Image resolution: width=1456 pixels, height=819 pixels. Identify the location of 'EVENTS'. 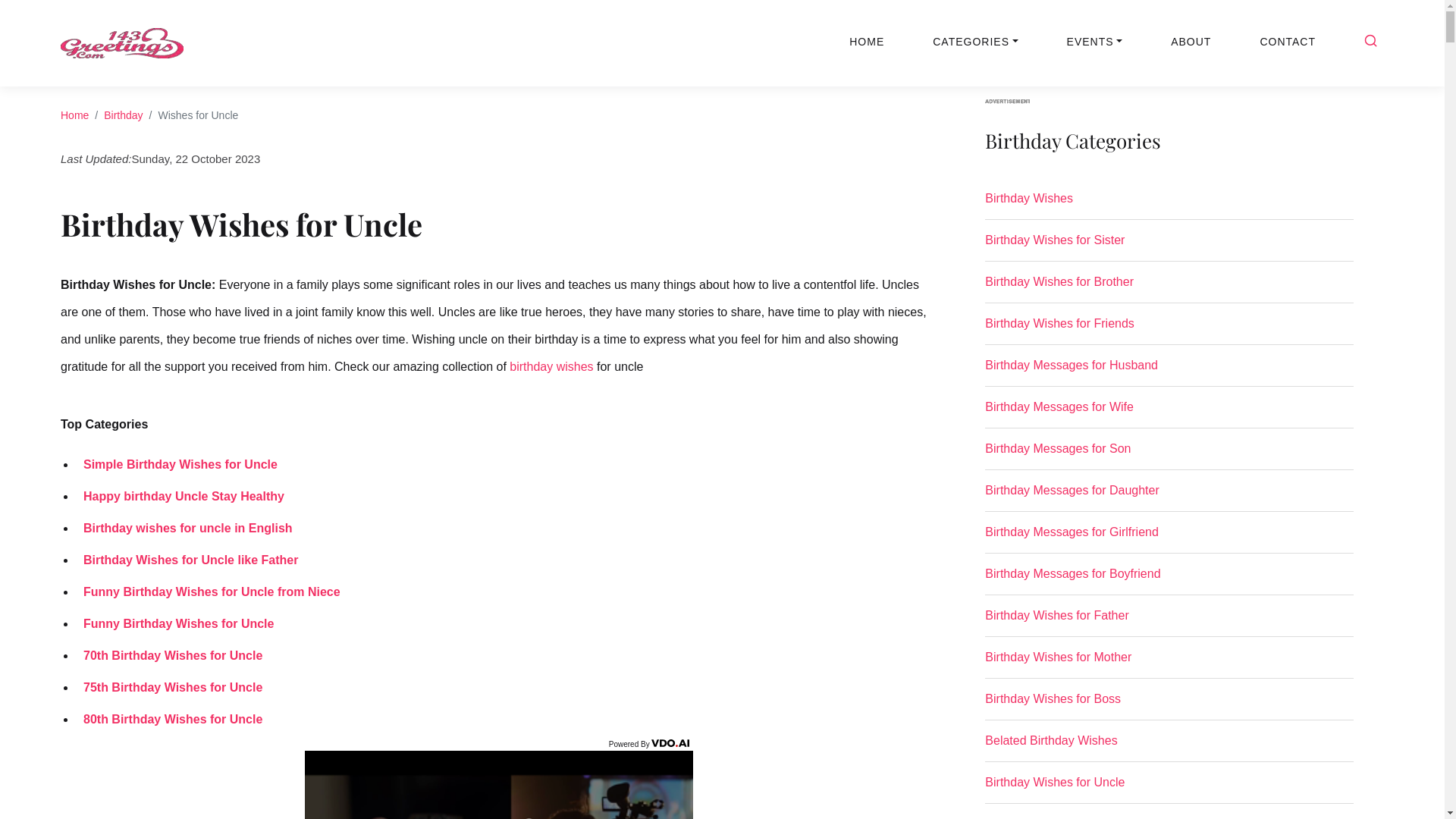
(1095, 41).